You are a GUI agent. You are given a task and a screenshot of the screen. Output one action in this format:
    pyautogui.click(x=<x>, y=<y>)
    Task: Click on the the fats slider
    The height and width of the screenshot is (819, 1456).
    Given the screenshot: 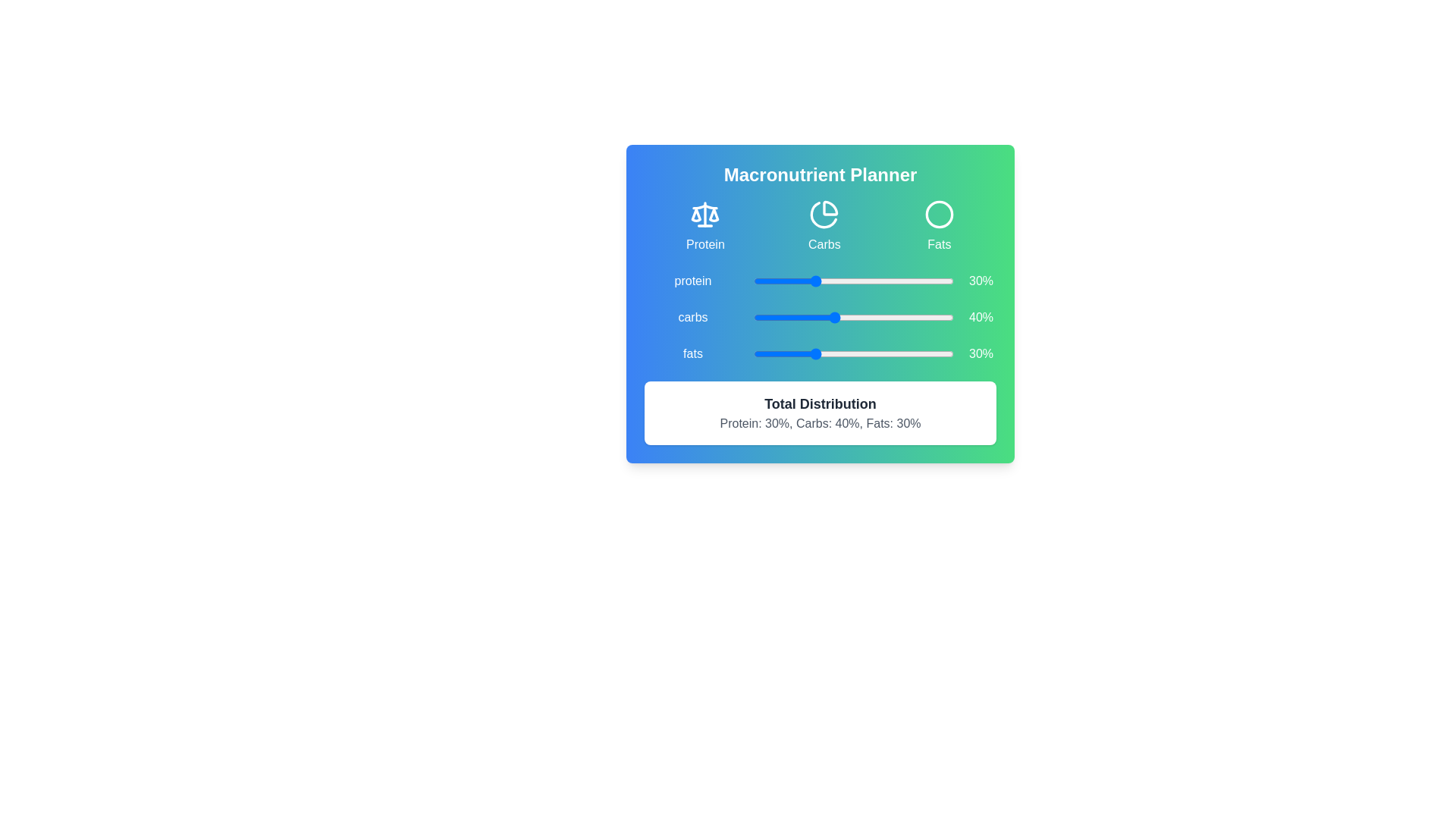 What is the action you would take?
    pyautogui.click(x=874, y=353)
    